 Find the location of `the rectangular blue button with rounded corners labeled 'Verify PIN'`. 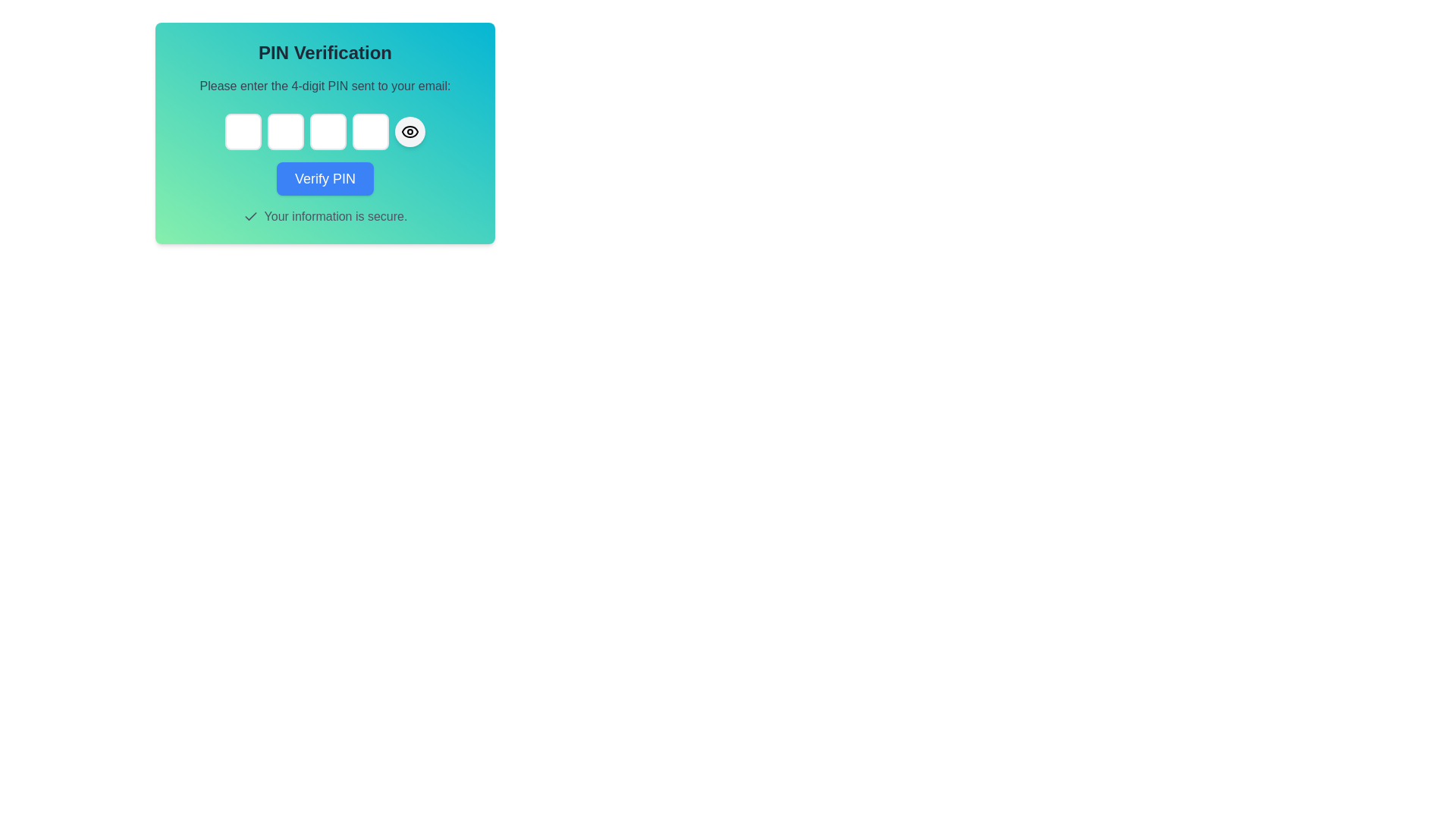

the rectangular blue button with rounded corners labeled 'Verify PIN' is located at coordinates (324, 177).